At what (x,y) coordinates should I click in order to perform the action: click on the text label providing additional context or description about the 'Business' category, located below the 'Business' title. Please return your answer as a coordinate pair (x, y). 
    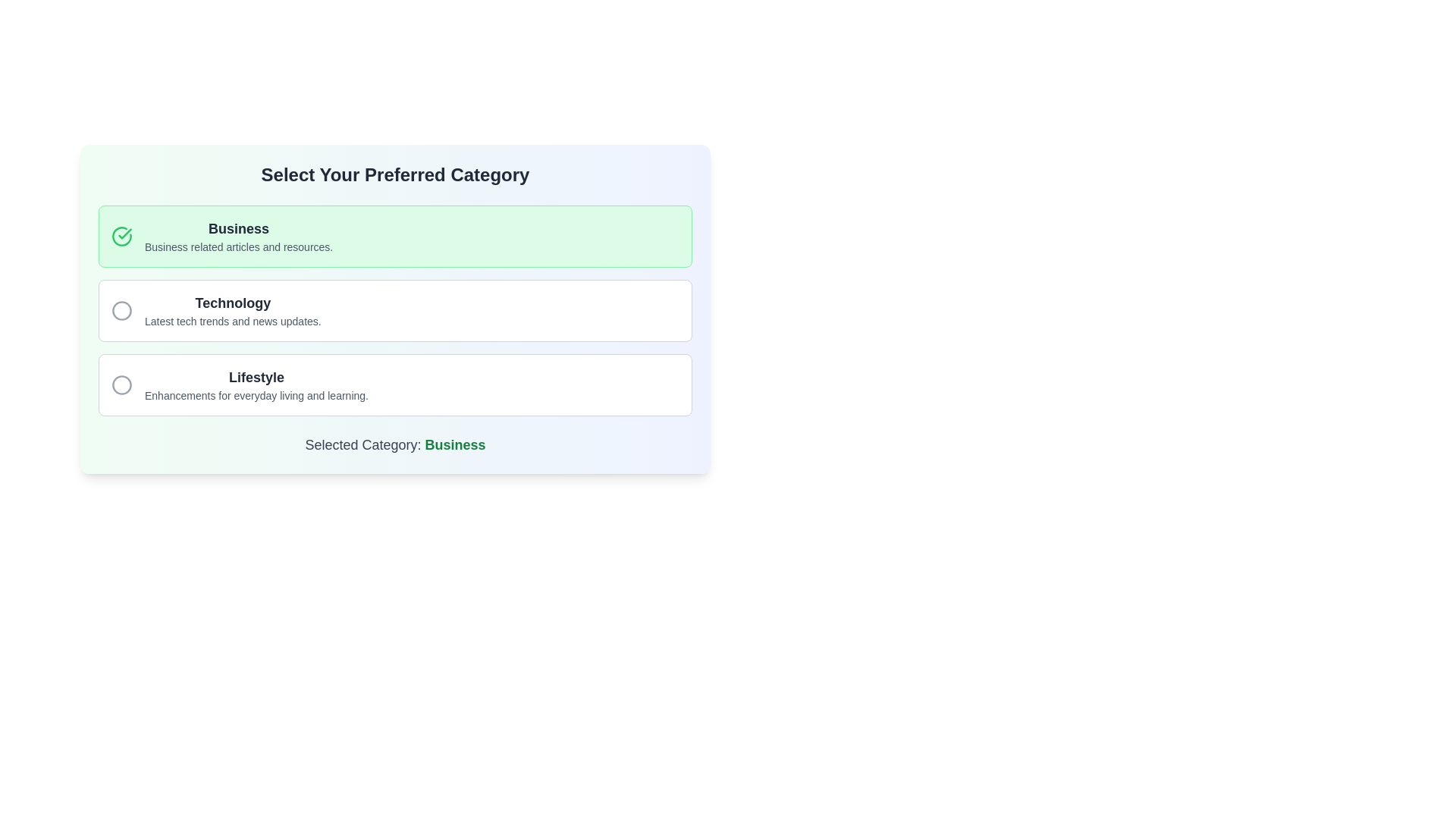
    Looking at the image, I should click on (238, 246).